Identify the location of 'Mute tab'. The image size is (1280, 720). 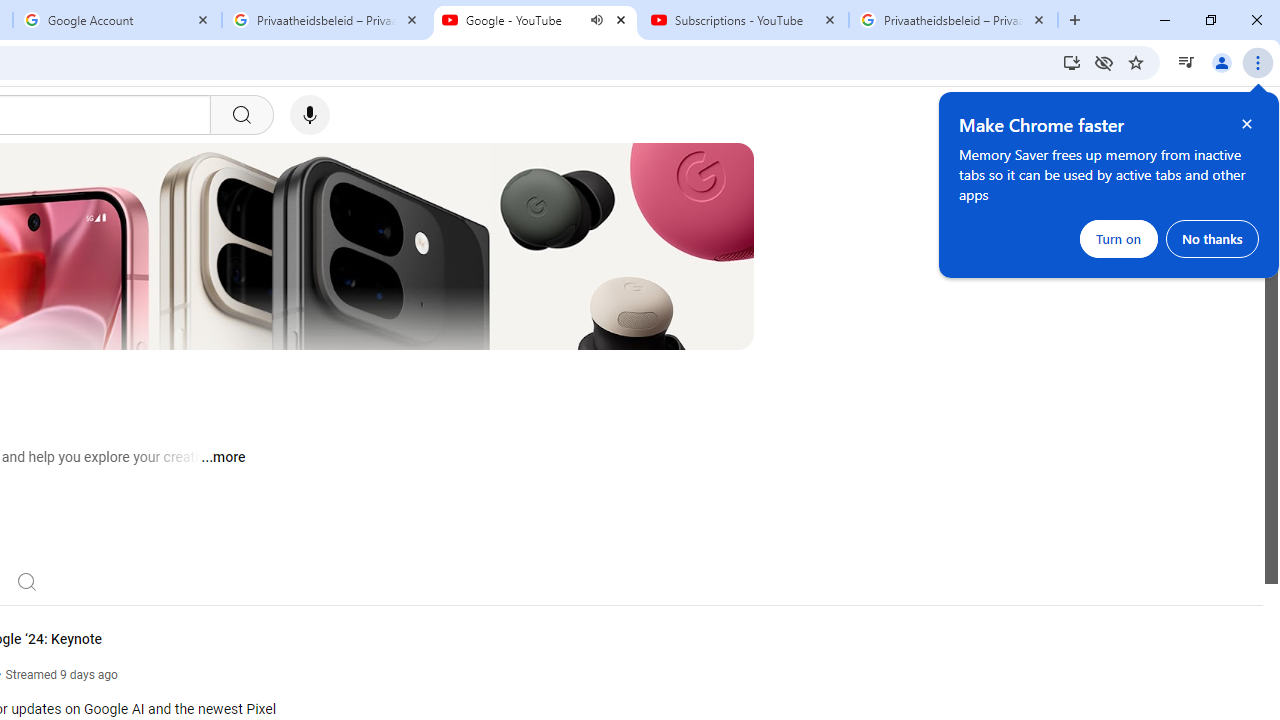
(596, 20).